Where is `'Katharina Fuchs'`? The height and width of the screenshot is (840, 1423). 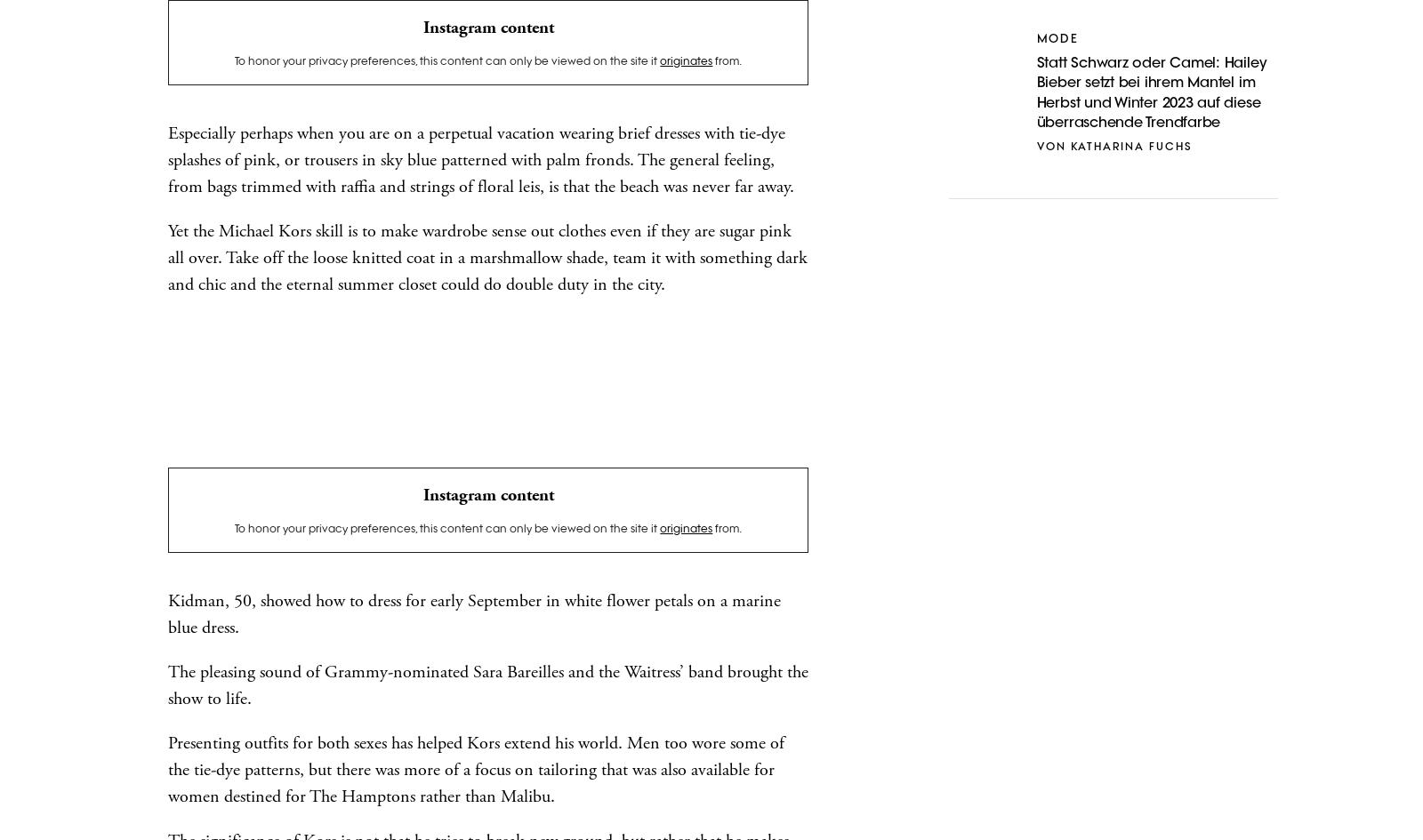
'Katharina Fuchs' is located at coordinates (1130, 148).